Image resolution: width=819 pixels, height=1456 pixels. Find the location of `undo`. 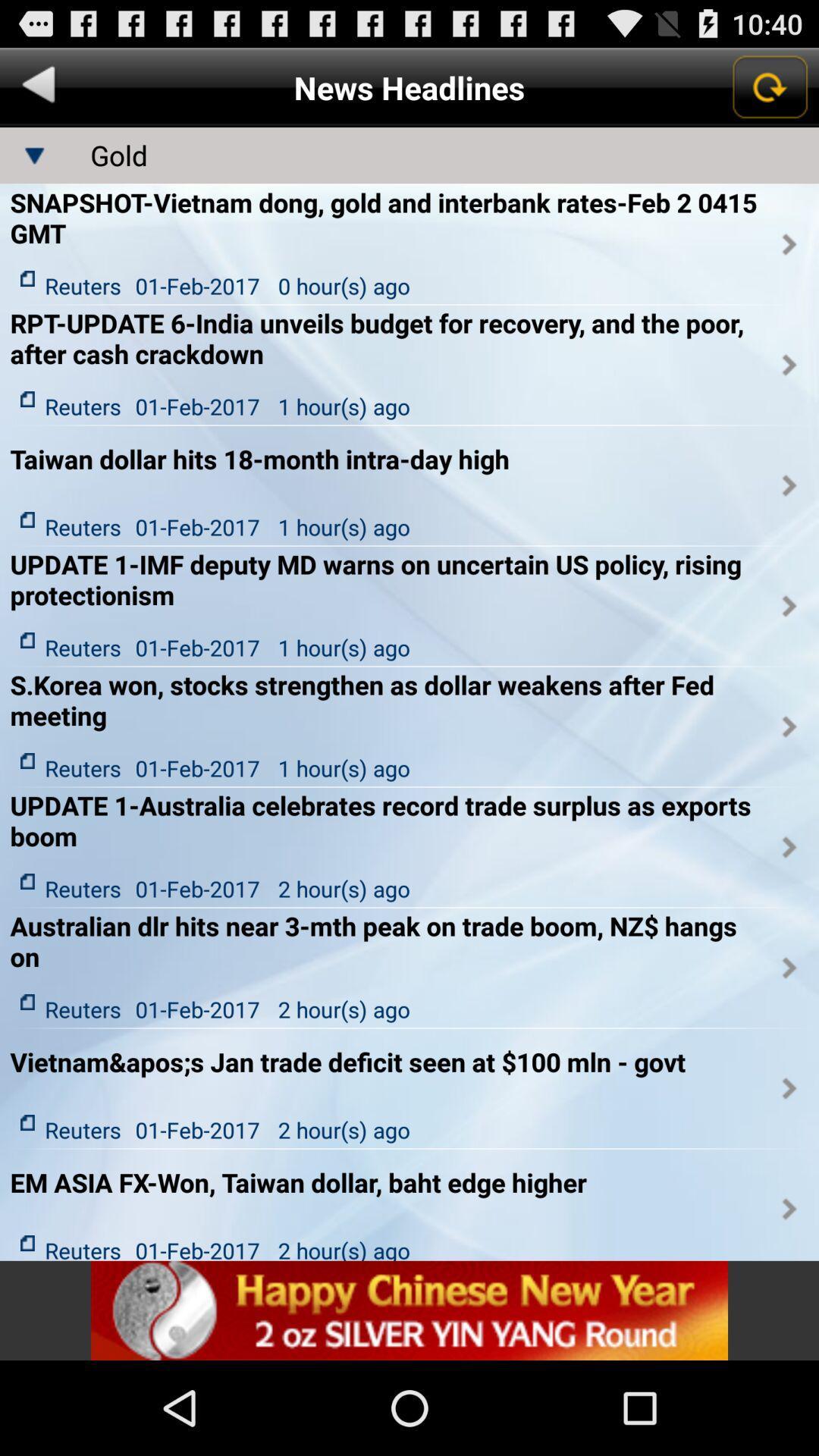

undo is located at coordinates (38, 86).